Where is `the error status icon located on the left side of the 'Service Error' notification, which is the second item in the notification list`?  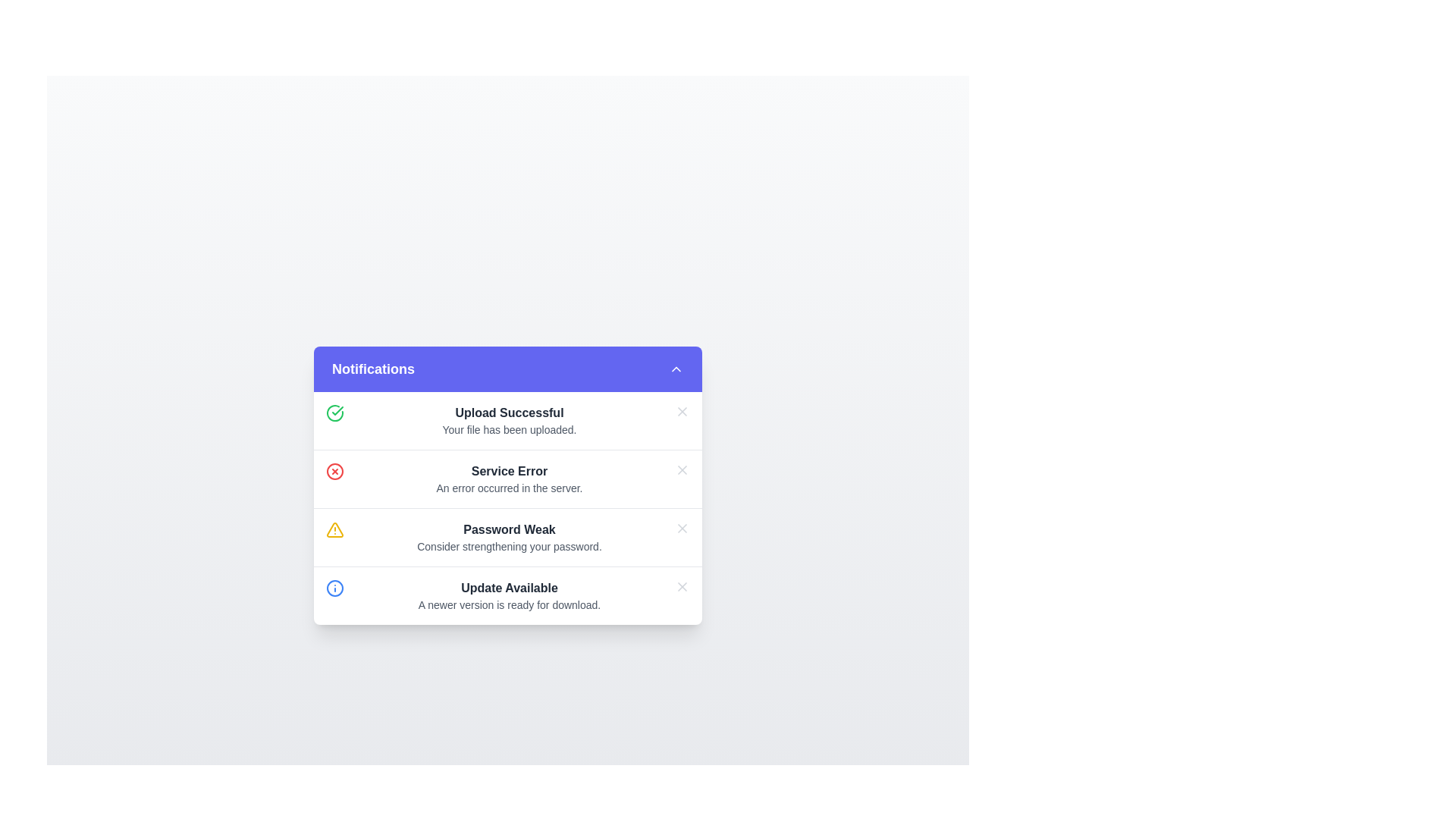
the error status icon located on the left side of the 'Service Error' notification, which is the second item in the notification list is located at coordinates (334, 470).